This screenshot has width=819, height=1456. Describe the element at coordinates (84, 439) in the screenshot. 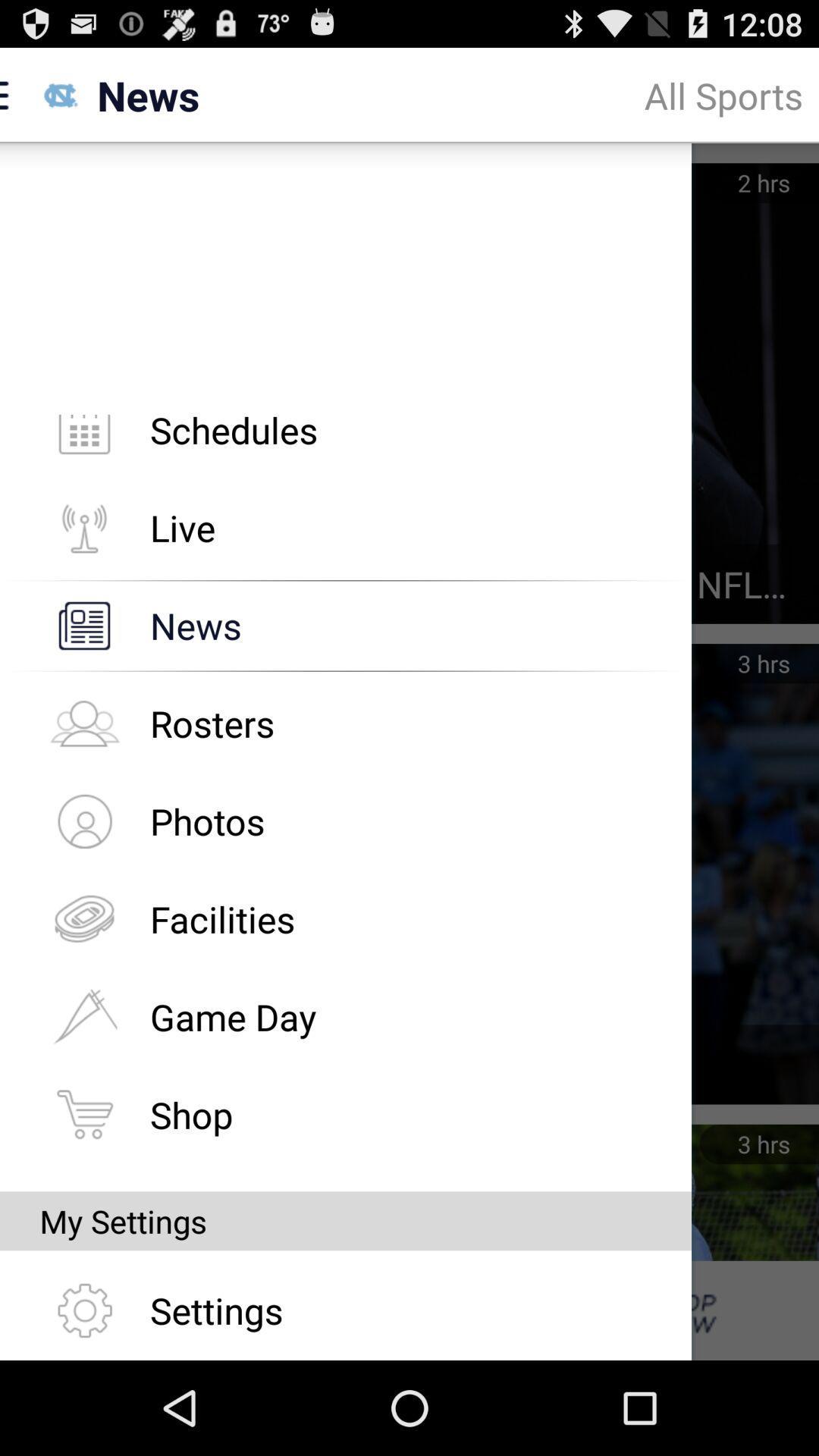

I see `schedule icon` at that location.